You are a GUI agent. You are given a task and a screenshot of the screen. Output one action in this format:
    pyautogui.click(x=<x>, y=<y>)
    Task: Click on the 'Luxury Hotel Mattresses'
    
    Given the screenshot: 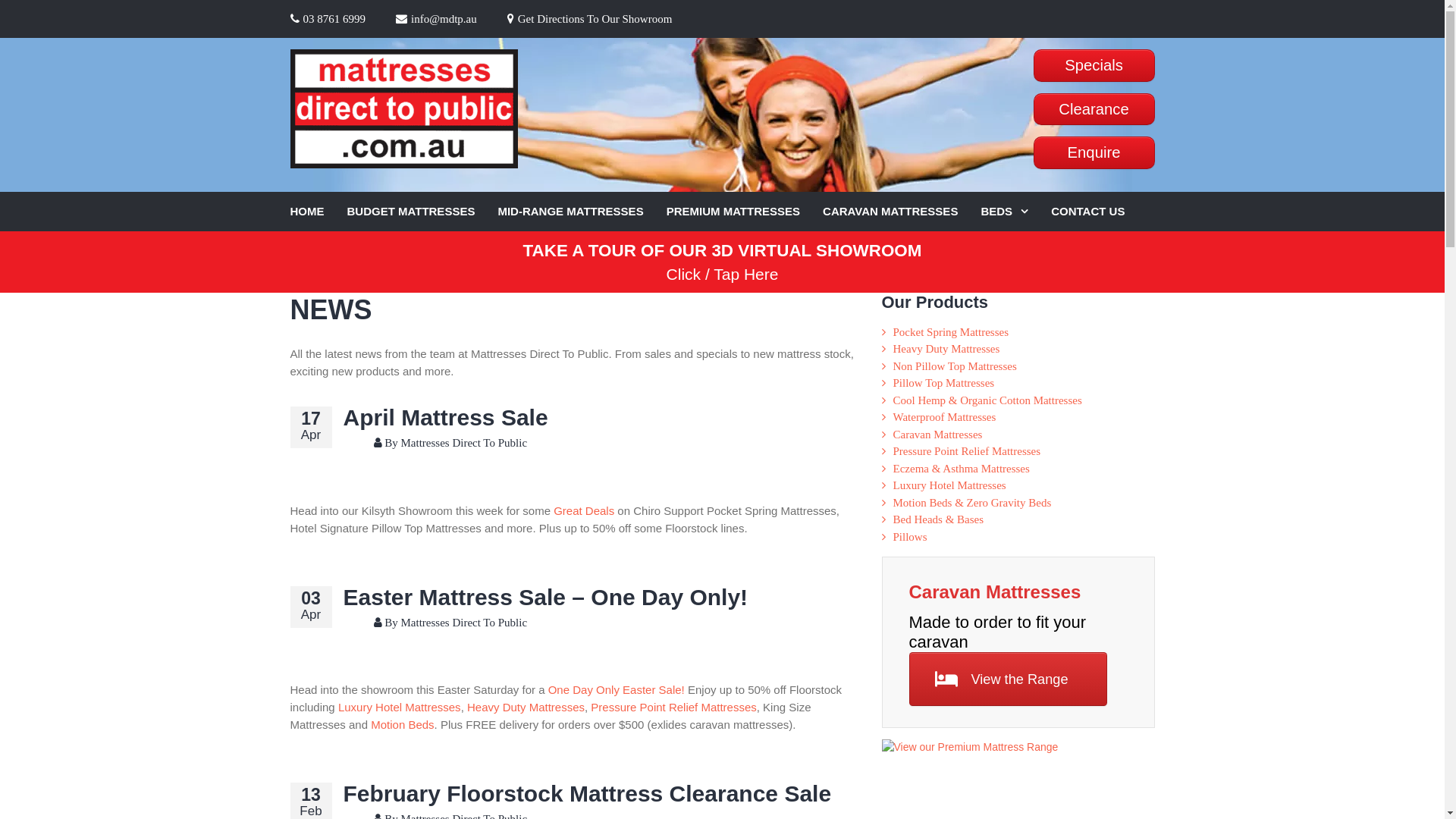 What is the action you would take?
    pyautogui.click(x=949, y=485)
    